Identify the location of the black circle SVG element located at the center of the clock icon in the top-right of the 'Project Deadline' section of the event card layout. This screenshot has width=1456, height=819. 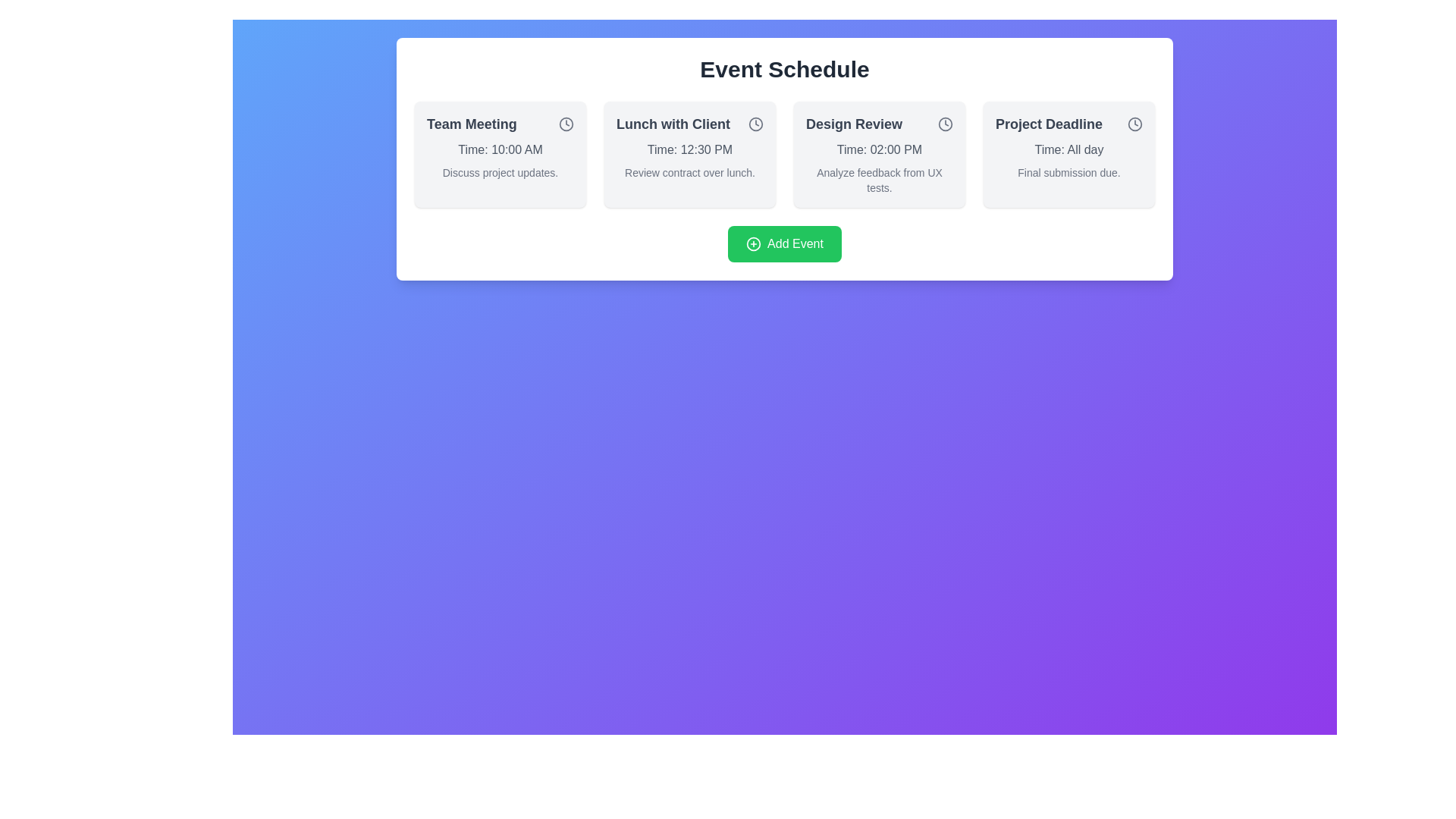
(1135, 124).